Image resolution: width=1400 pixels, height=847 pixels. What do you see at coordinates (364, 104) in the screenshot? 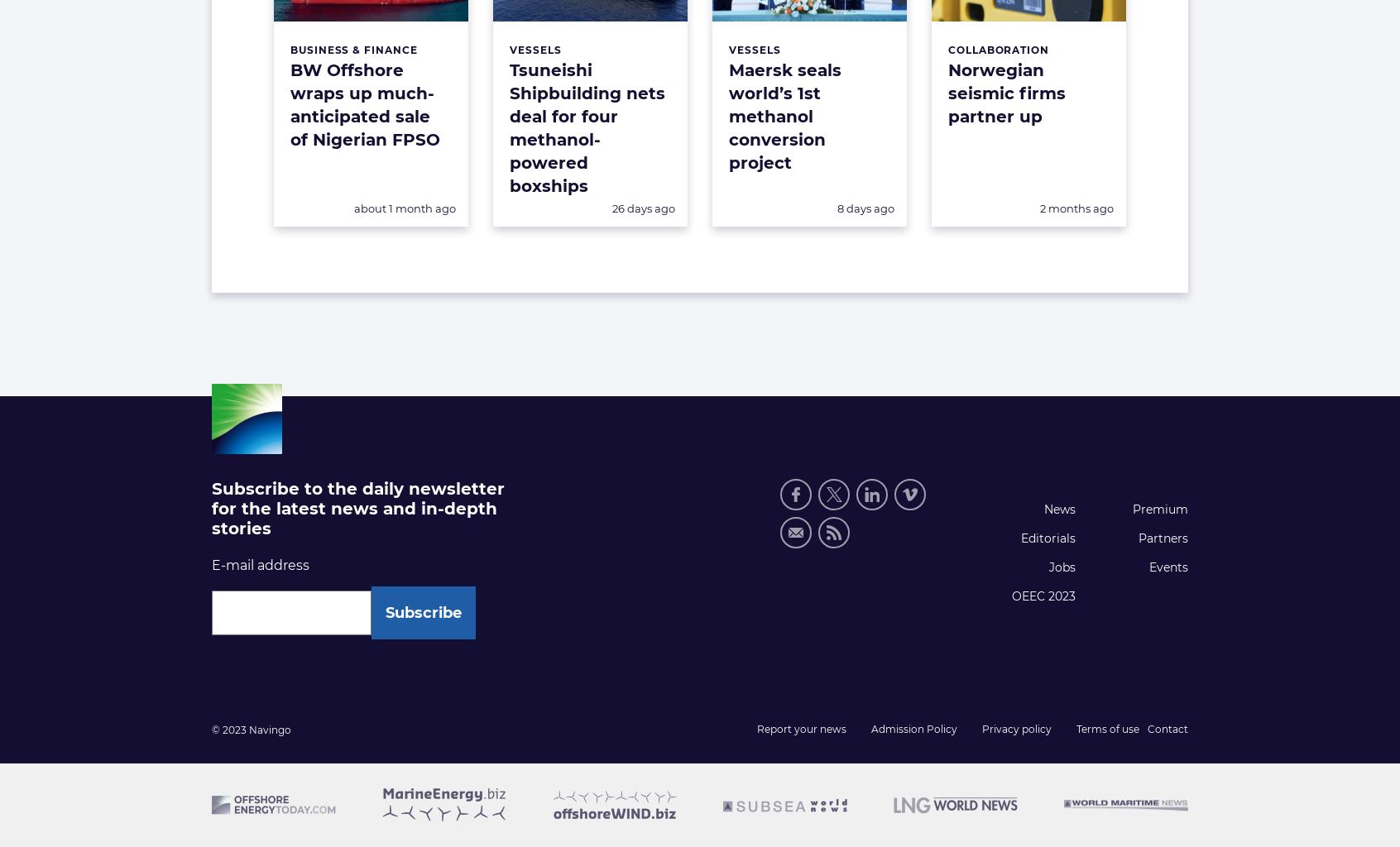
I see `'BW Offshore wraps up much-anticipated sale of Nigerian FPSO'` at bounding box center [364, 104].